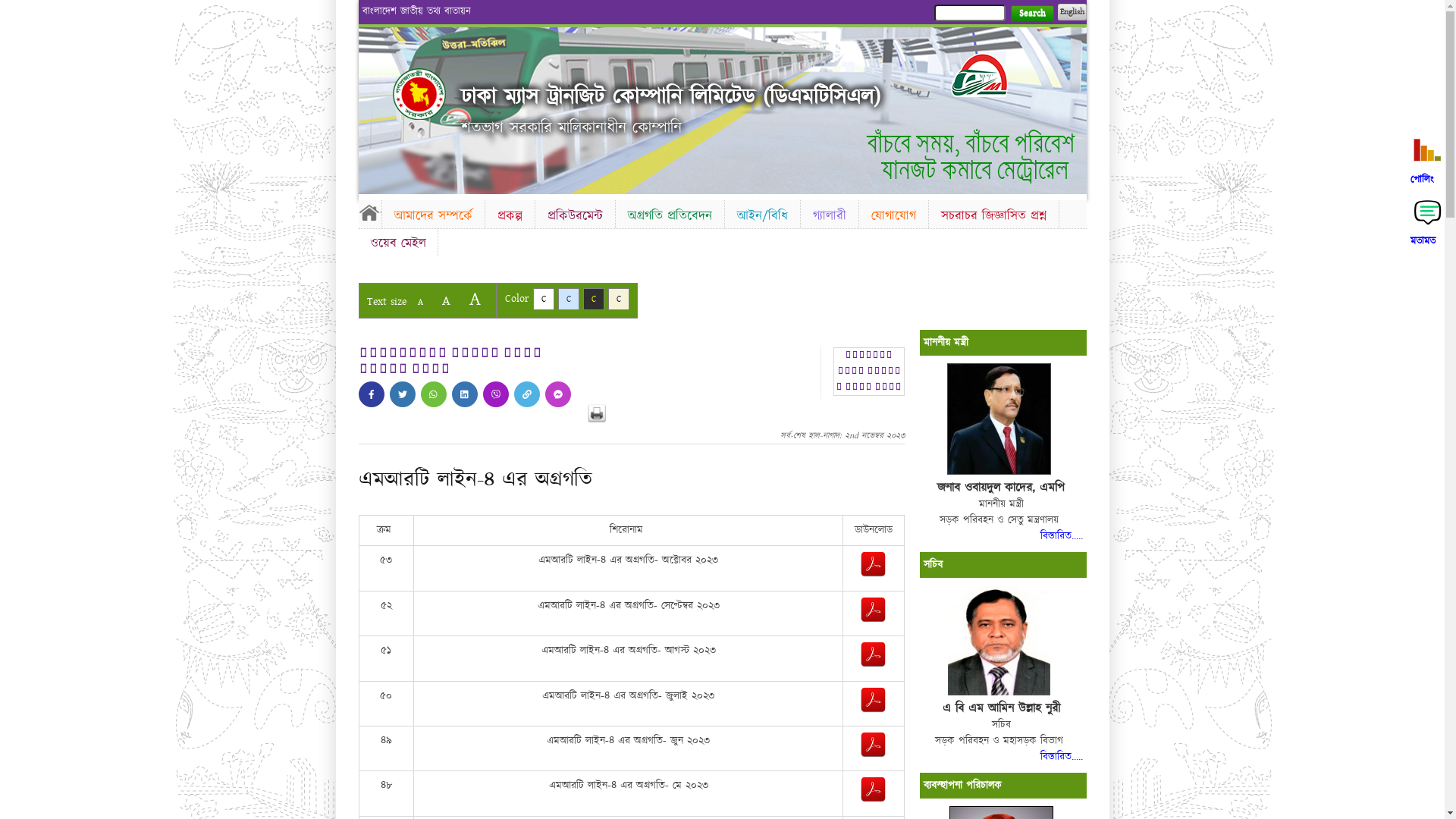 This screenshot has height=819, width=1456. I want to click on 'English', so click(1070, 11).